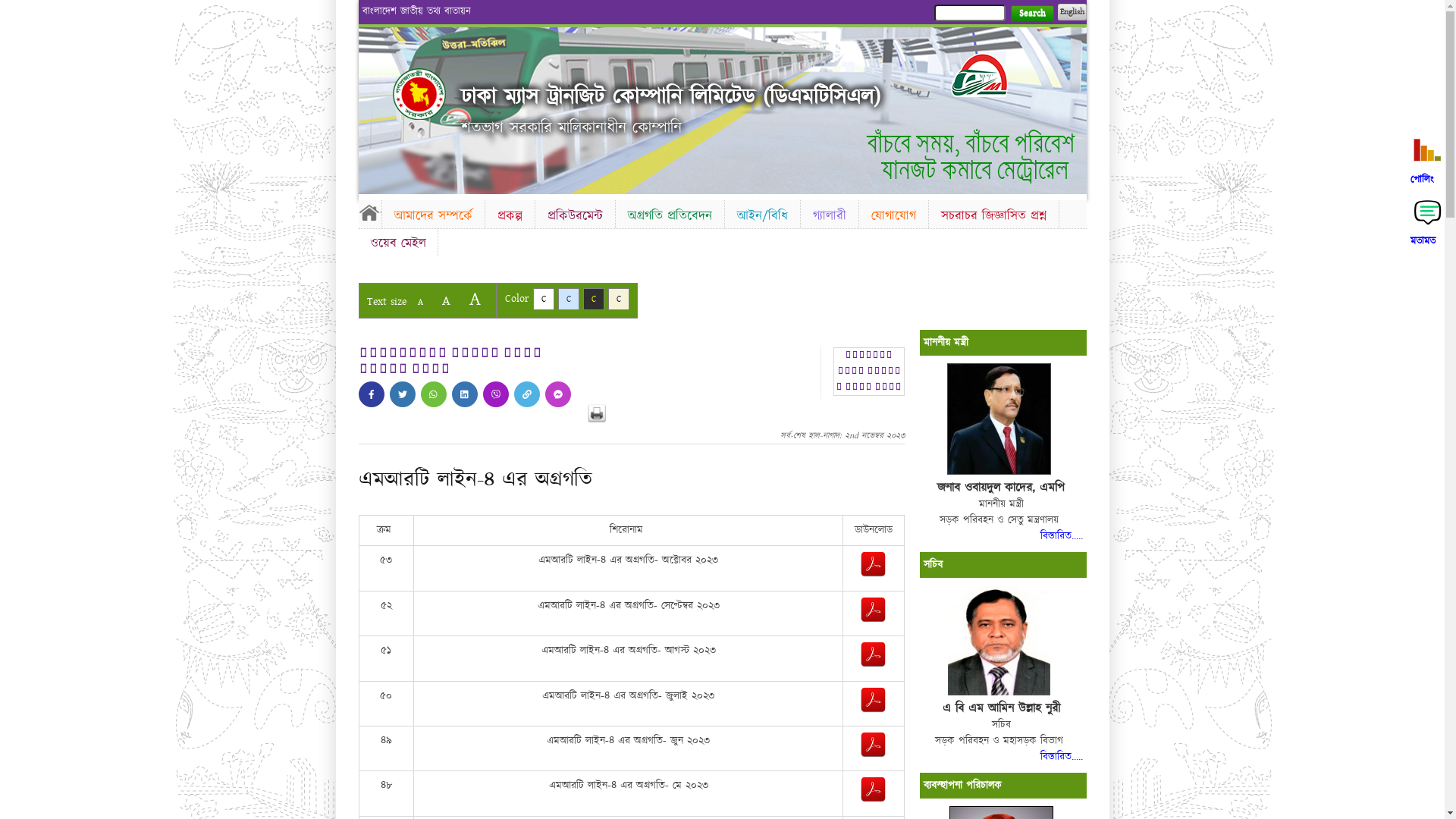 This screenshot has height=819, width=1456. I want to click on 'English', so click(1070, 11).